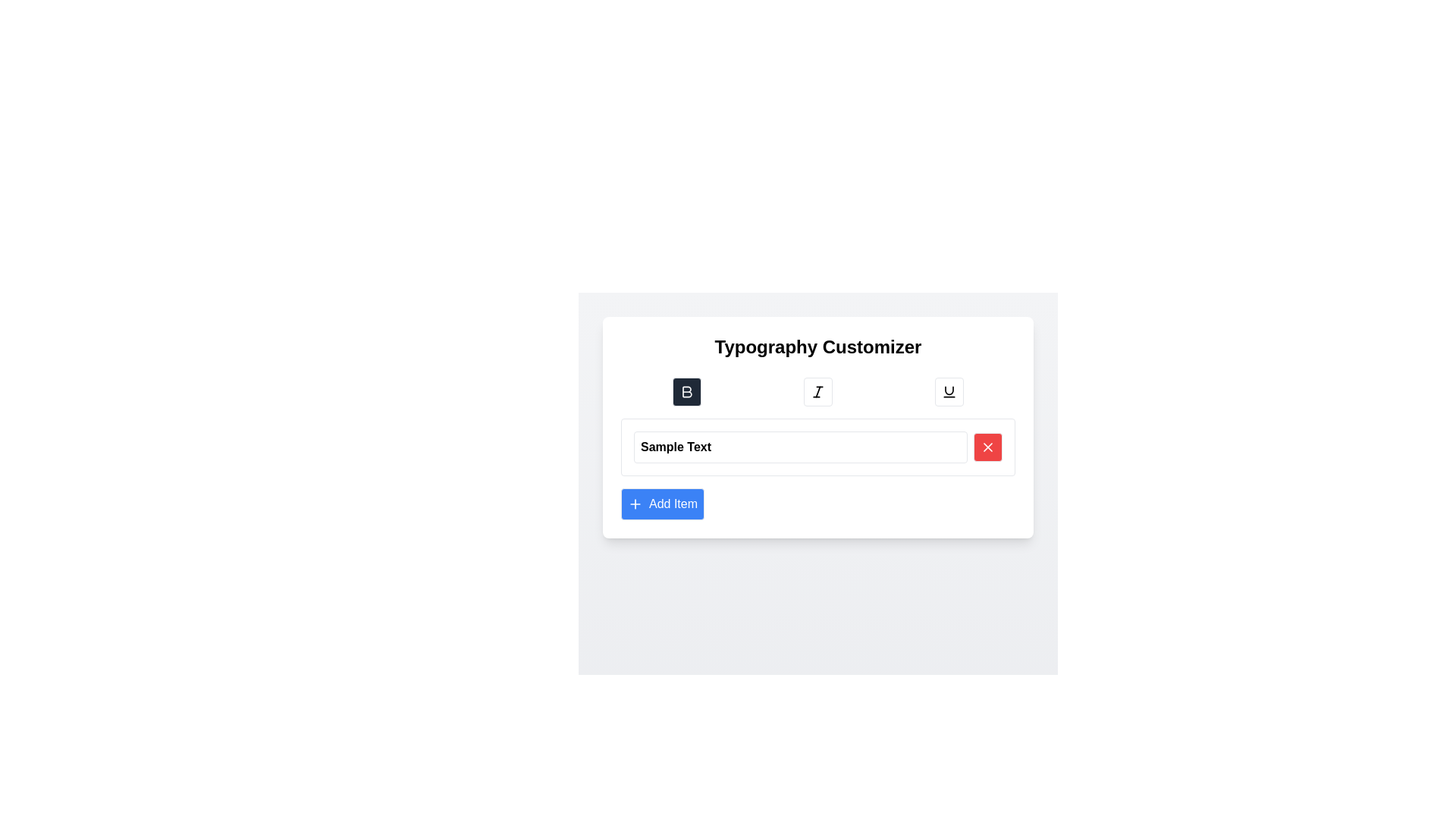 The image size is (1456, 819). What do you see at coordinates (686, 391) in the screenshot?
I see `the bold formatting icon button located at the center-left of the typography customization tool interface` at bounding box center [686, 391].